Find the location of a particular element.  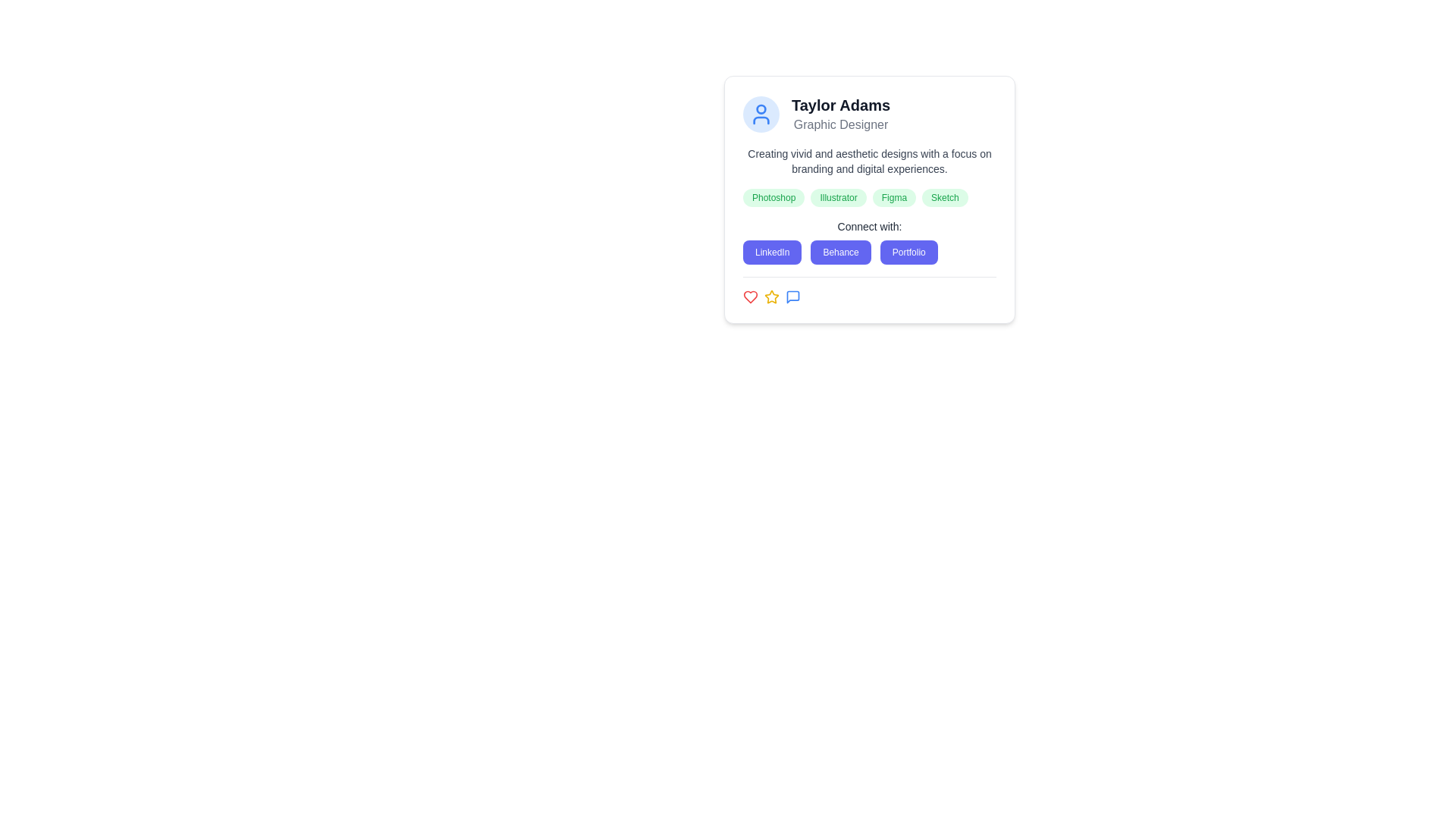

the 'Illustrator' badge, which is a small rectangular badge with a green background, located beneath a descriptive text block on a profile card and is the second badge in a row of similar badges is located at coordinates (838, 197).